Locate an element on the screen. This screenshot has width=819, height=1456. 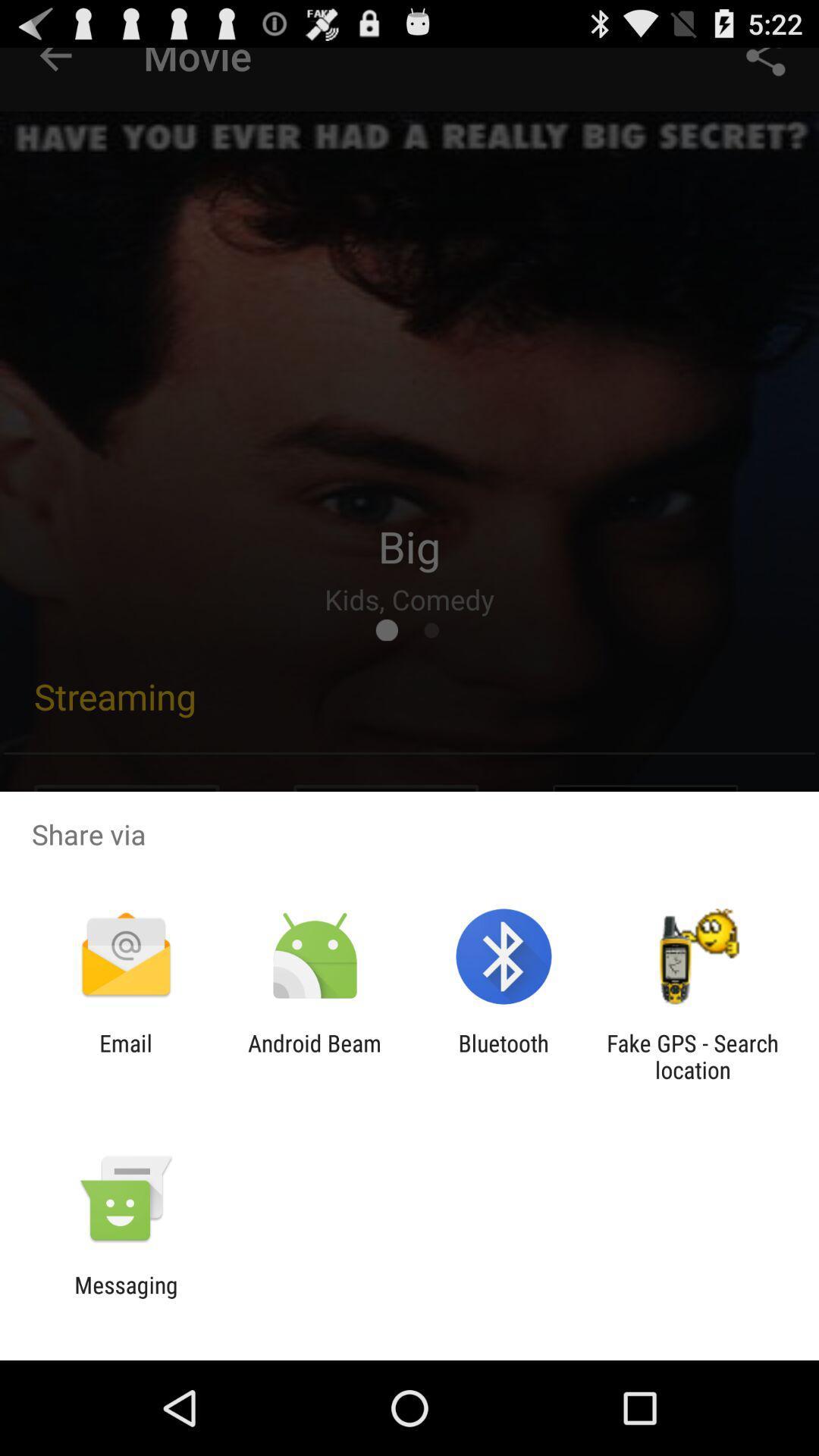
item next to android beam app is located at coordinates (125, 1056).